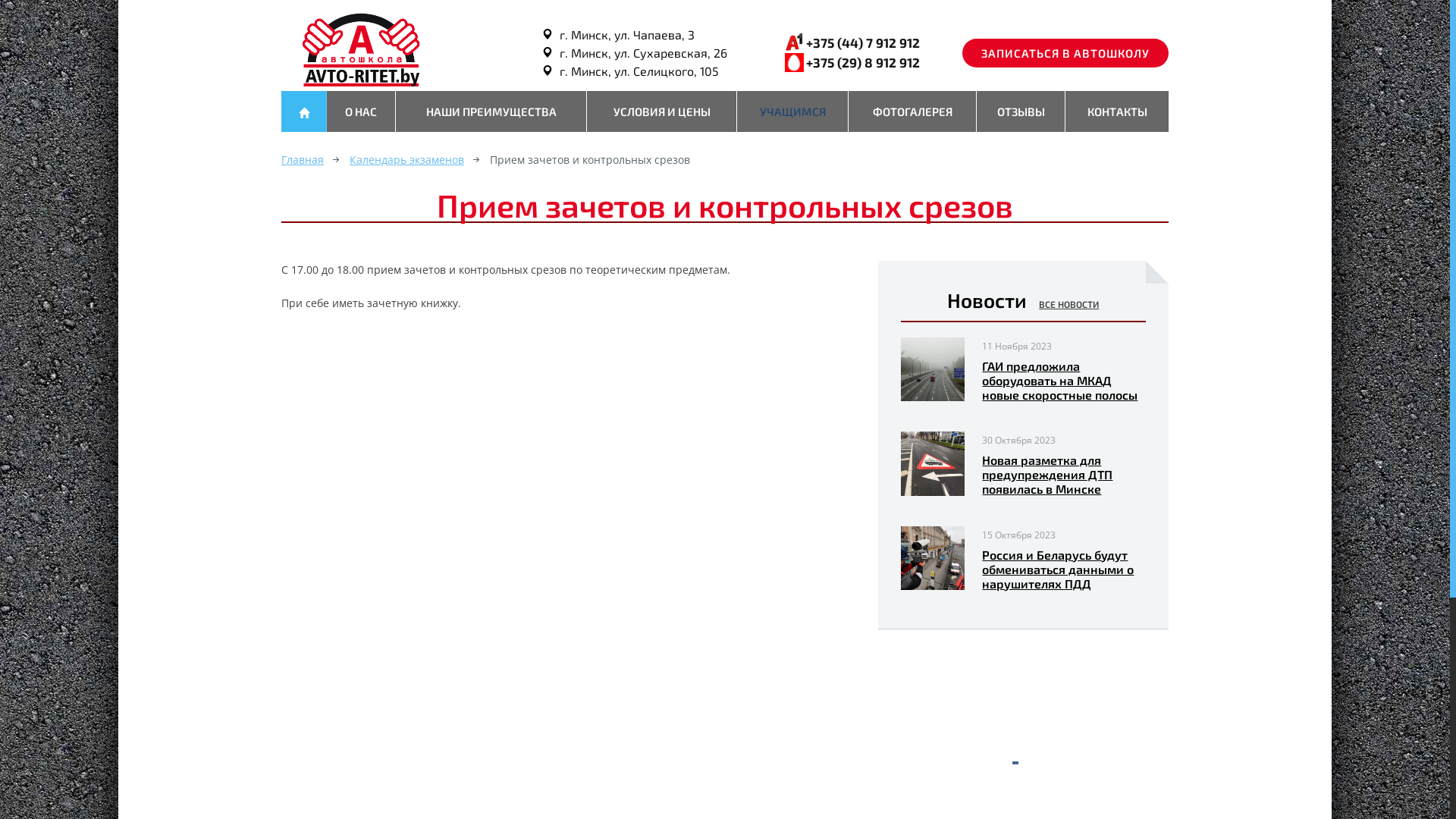 Image resolution: width=1456 pixels, height=819 pixels. Describe the element at coordinates (862, 61) in the screenshot. I see `'+375 (29) 8 912 912'` at that location.